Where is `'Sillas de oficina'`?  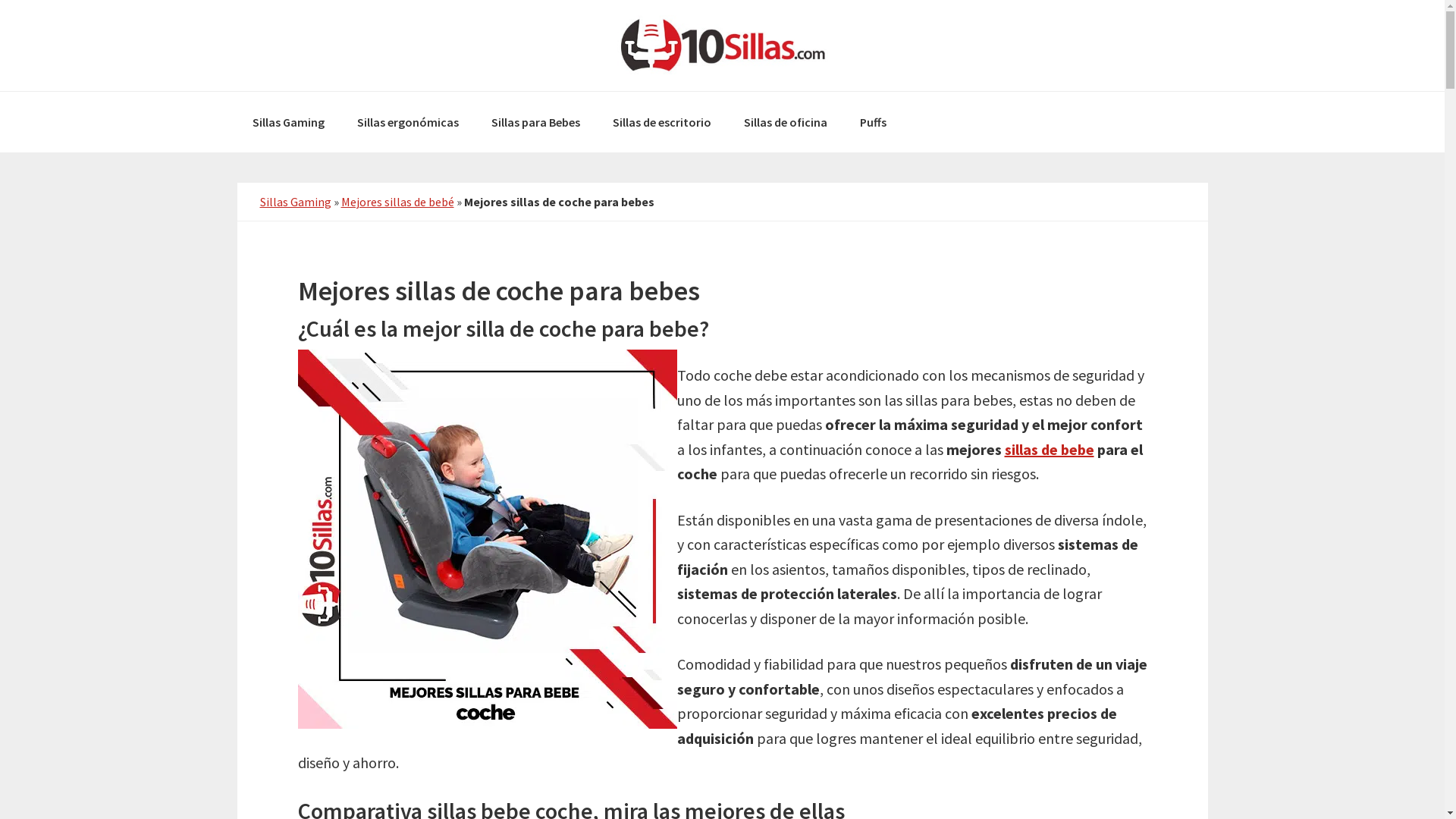
'Sillas de oficina' is located at coordinates (785, 121).